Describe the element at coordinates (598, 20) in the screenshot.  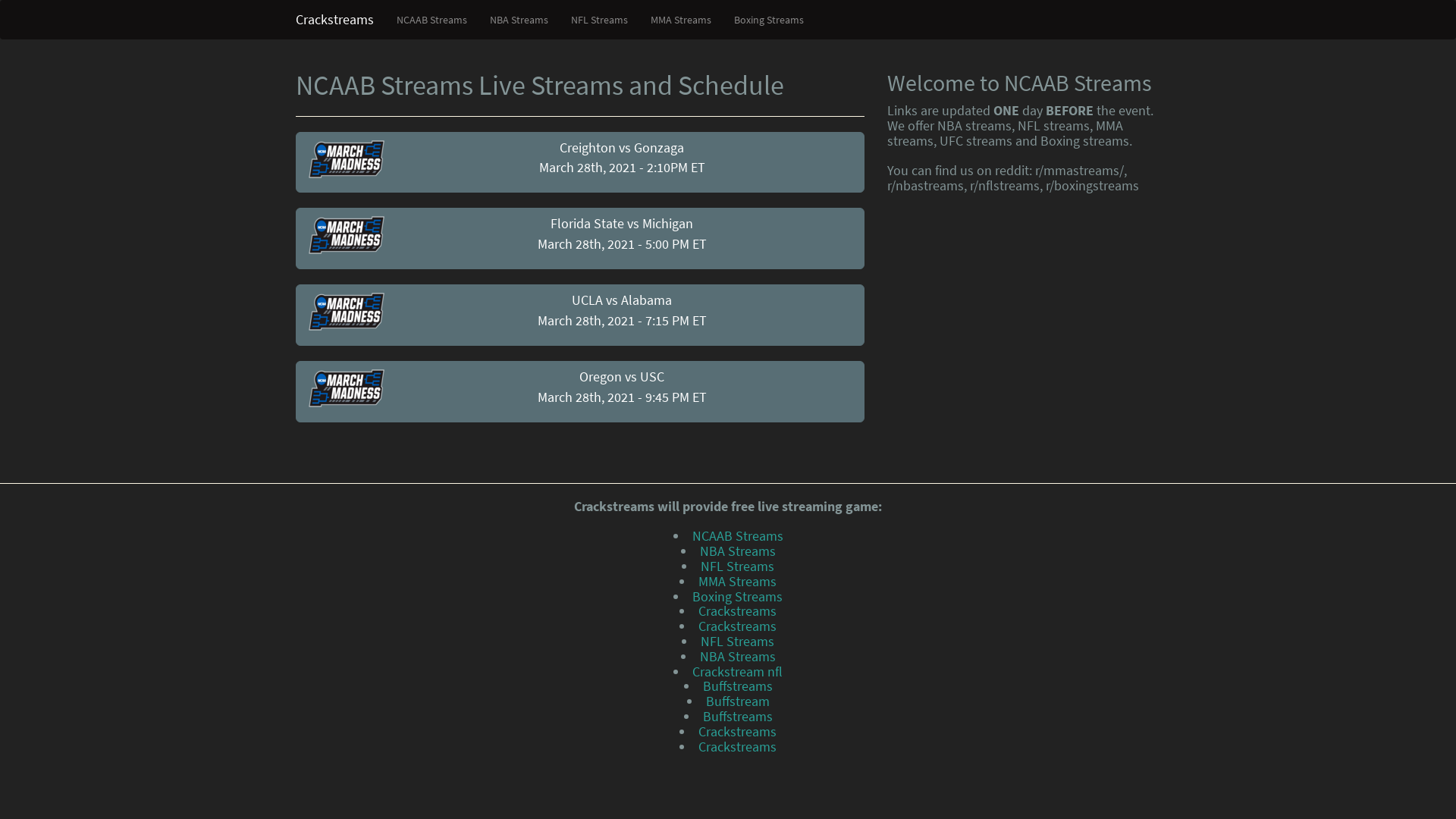
I see `'NFL Streams'` at that location.